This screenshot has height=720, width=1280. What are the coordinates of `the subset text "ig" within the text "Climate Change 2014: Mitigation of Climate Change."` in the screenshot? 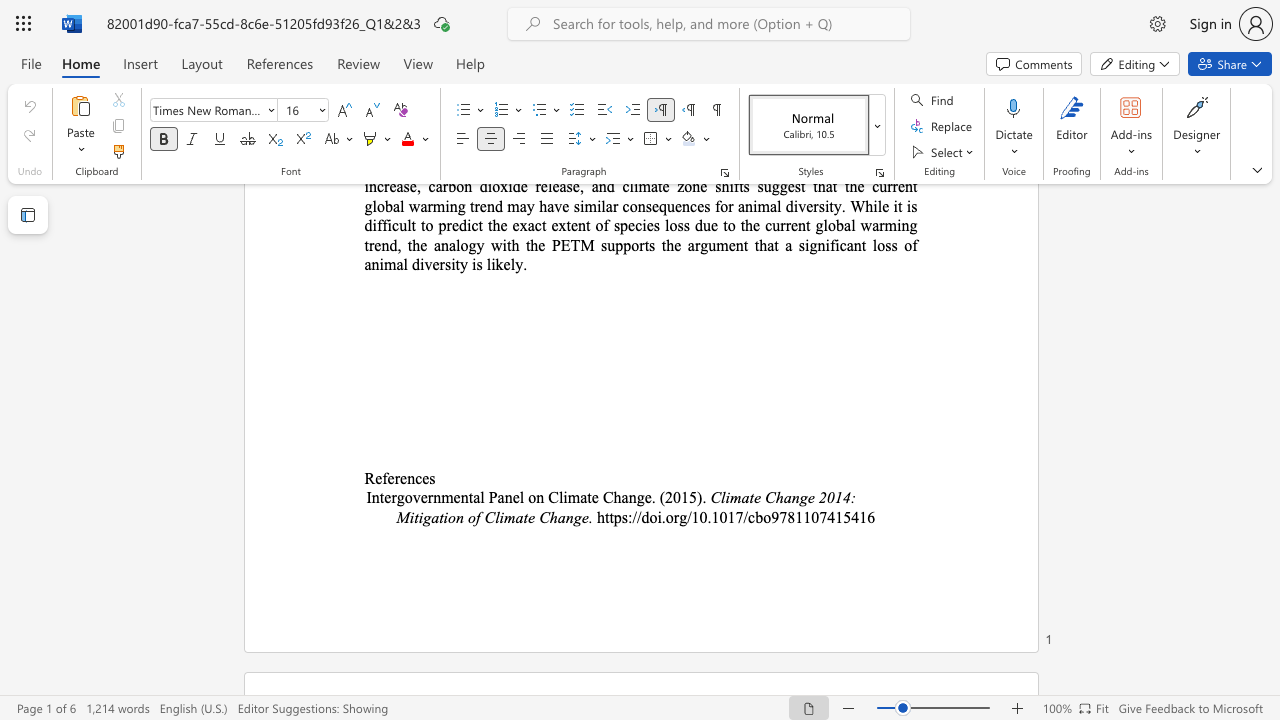 It's located at (417, 516).